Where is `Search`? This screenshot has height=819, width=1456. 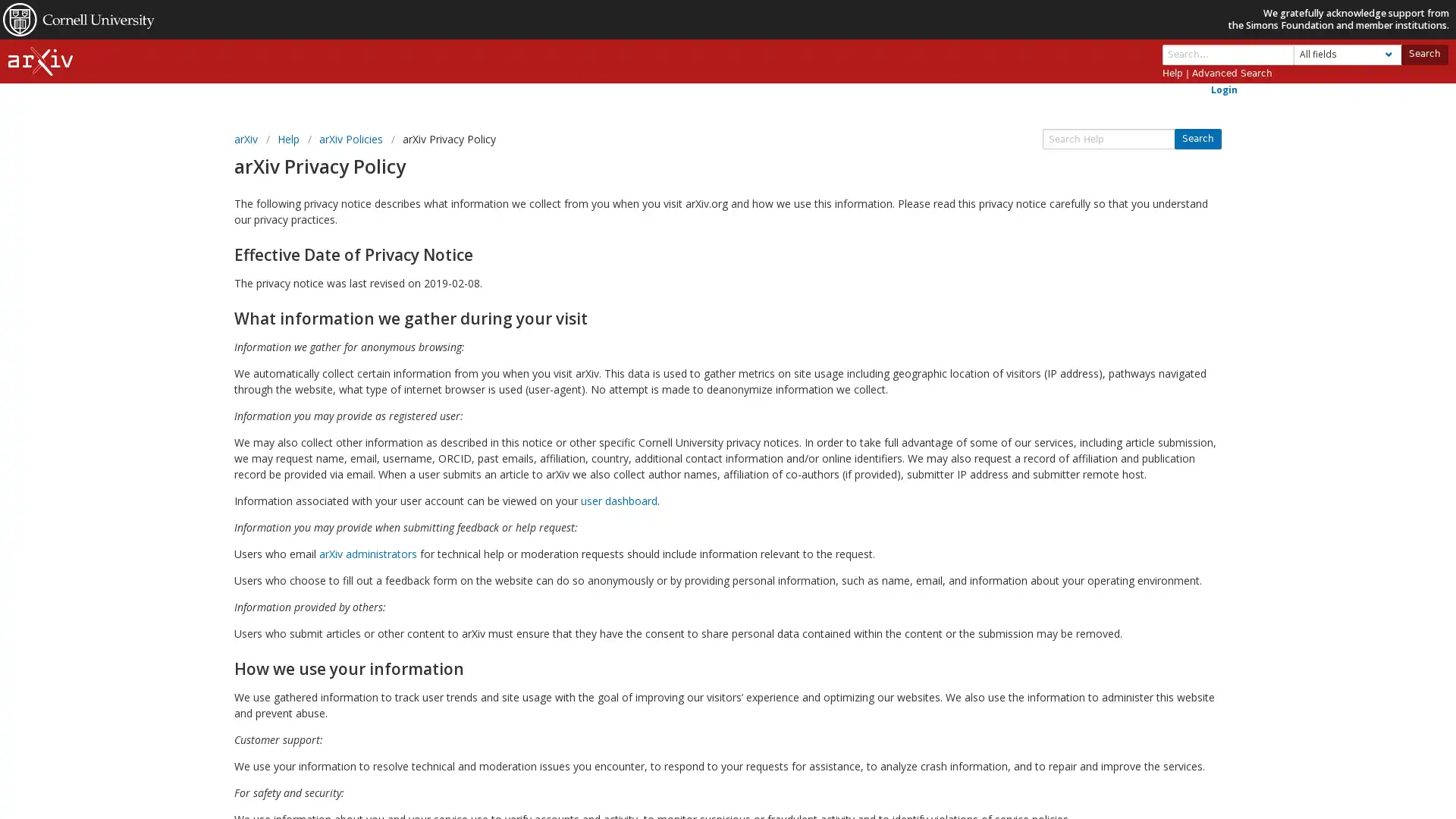
Search is located at coordinates (1197, 139).